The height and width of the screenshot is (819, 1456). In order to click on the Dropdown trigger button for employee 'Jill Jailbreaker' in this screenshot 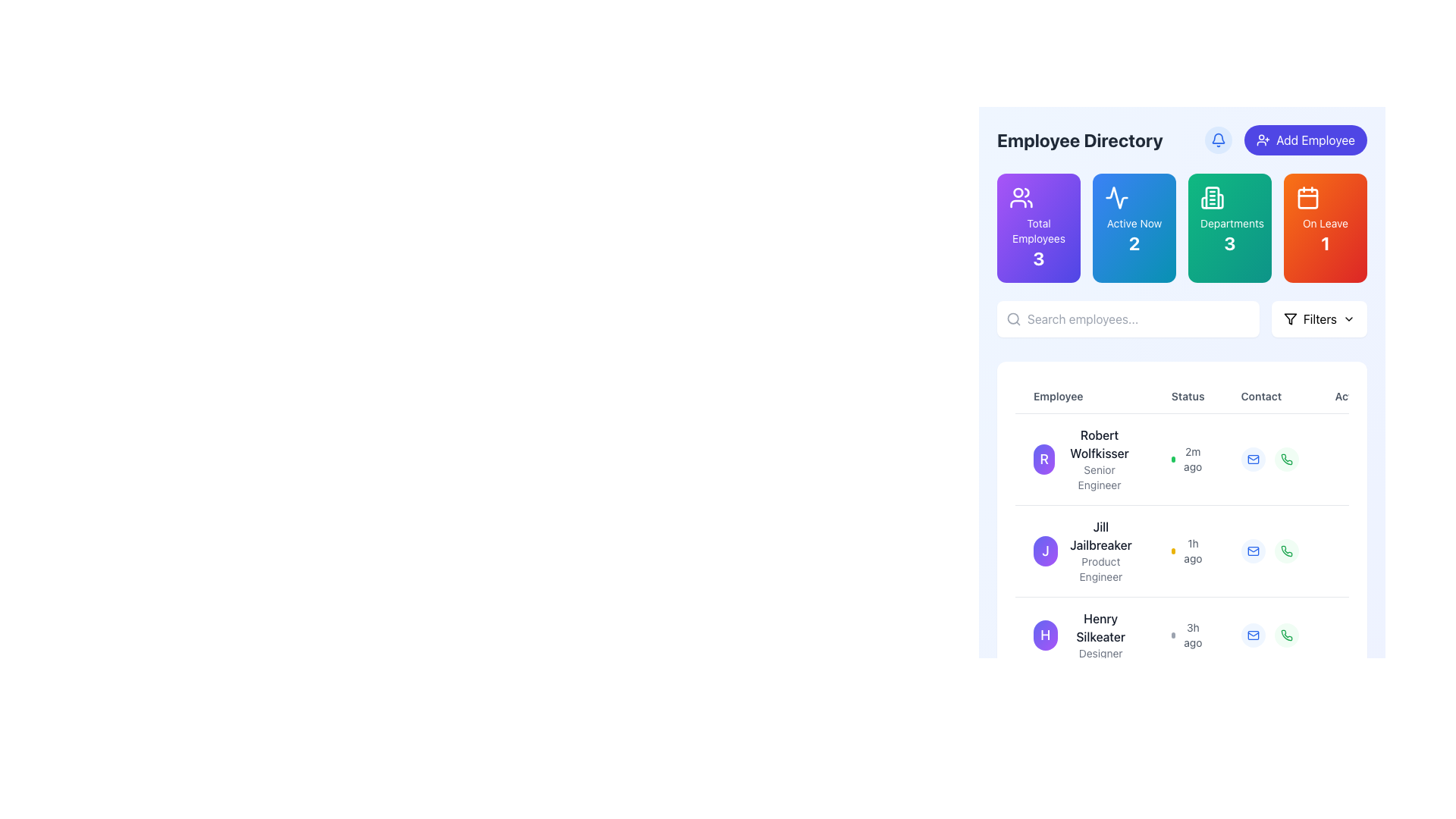, I will do `click(1354, 551)`.